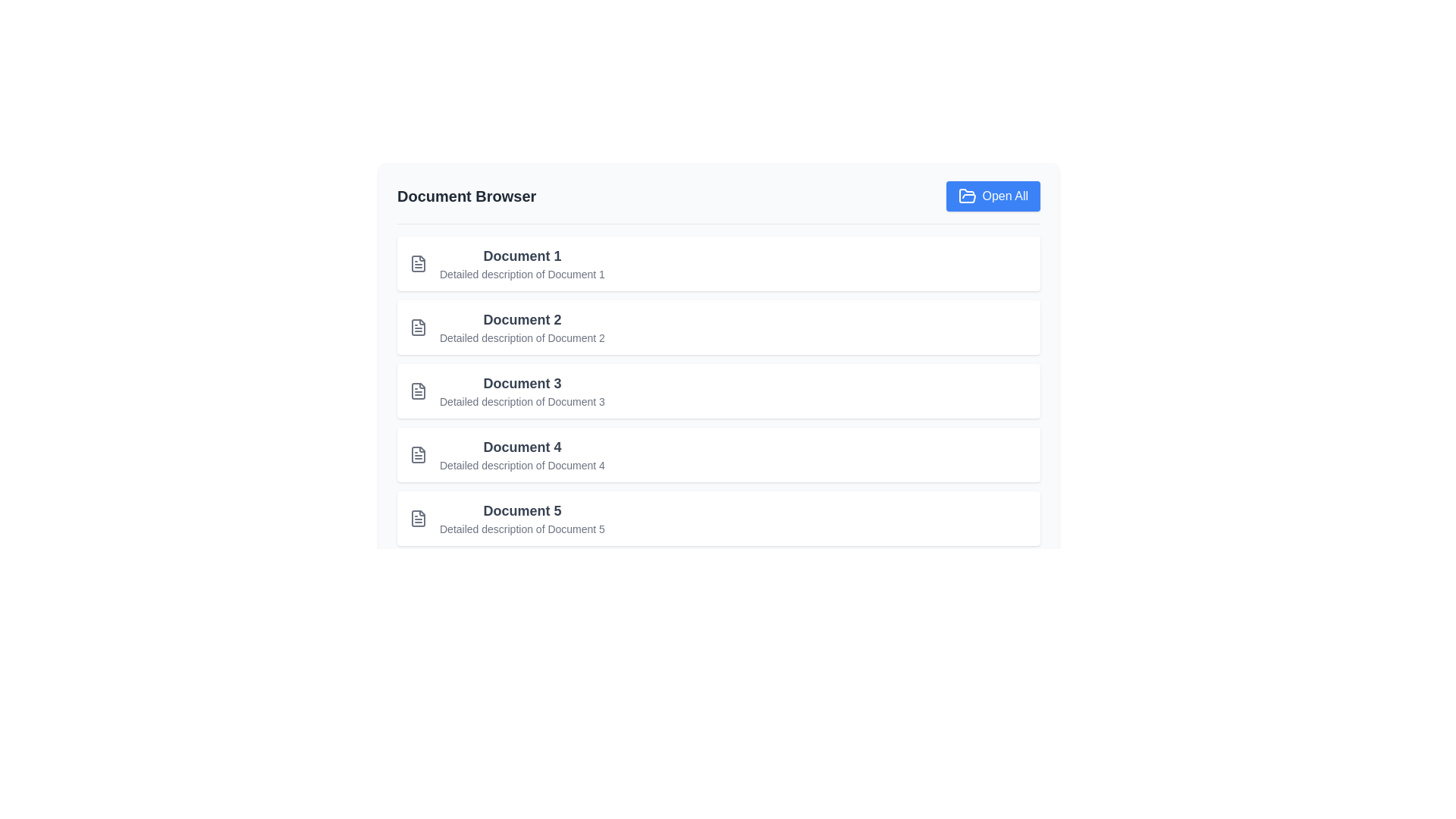 Image resolution: width=1456 pixels, height=819 pixels. I want to click on the document icon located to the left of the 'Document 4' title, so click(419, 454).